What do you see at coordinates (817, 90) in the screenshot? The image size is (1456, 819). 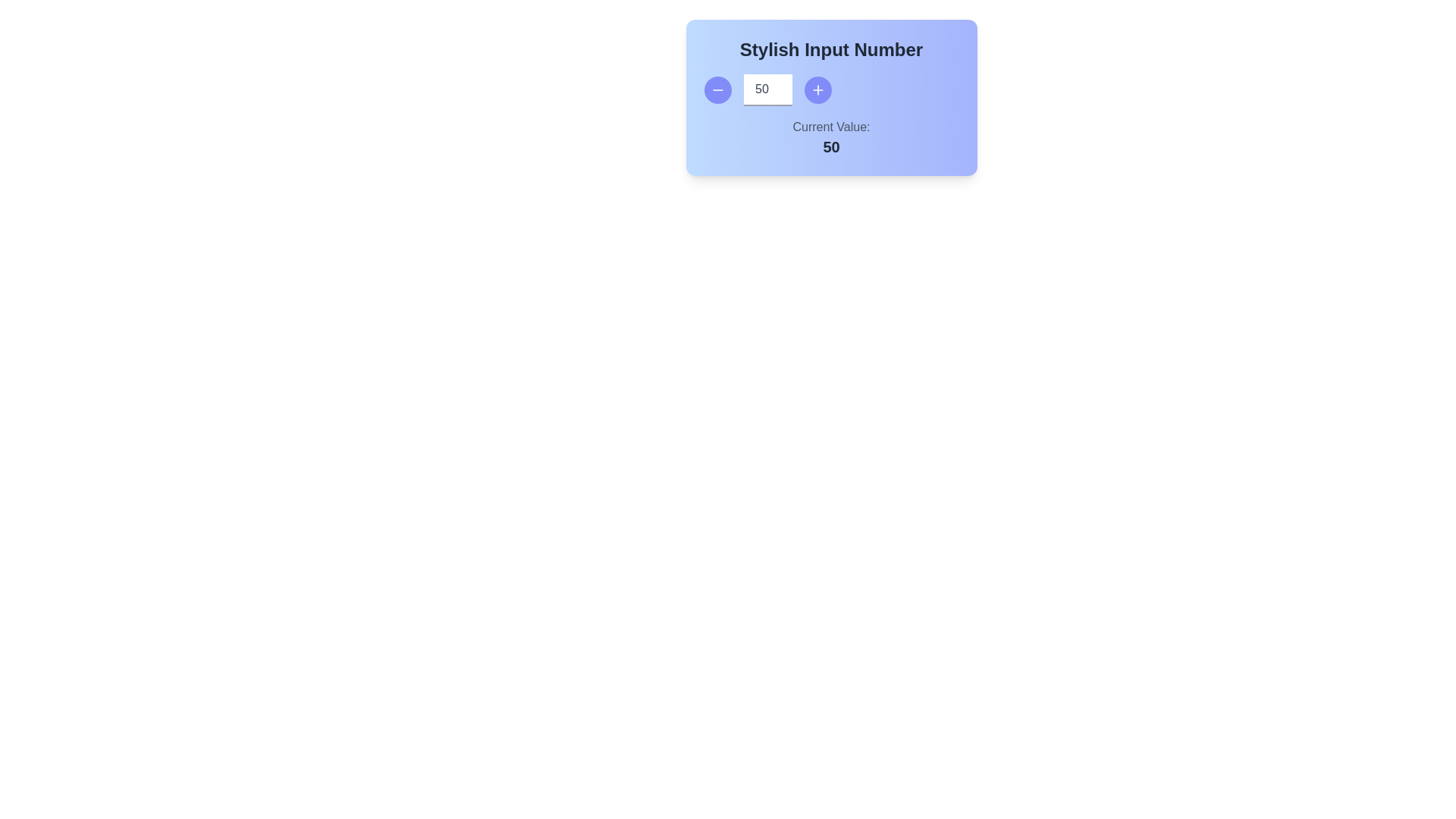 I see `the increment button located to the right of the number input field below the label 'Stylish Input Number' to increase the displayed numeric value` at bounding box center [817, 90].